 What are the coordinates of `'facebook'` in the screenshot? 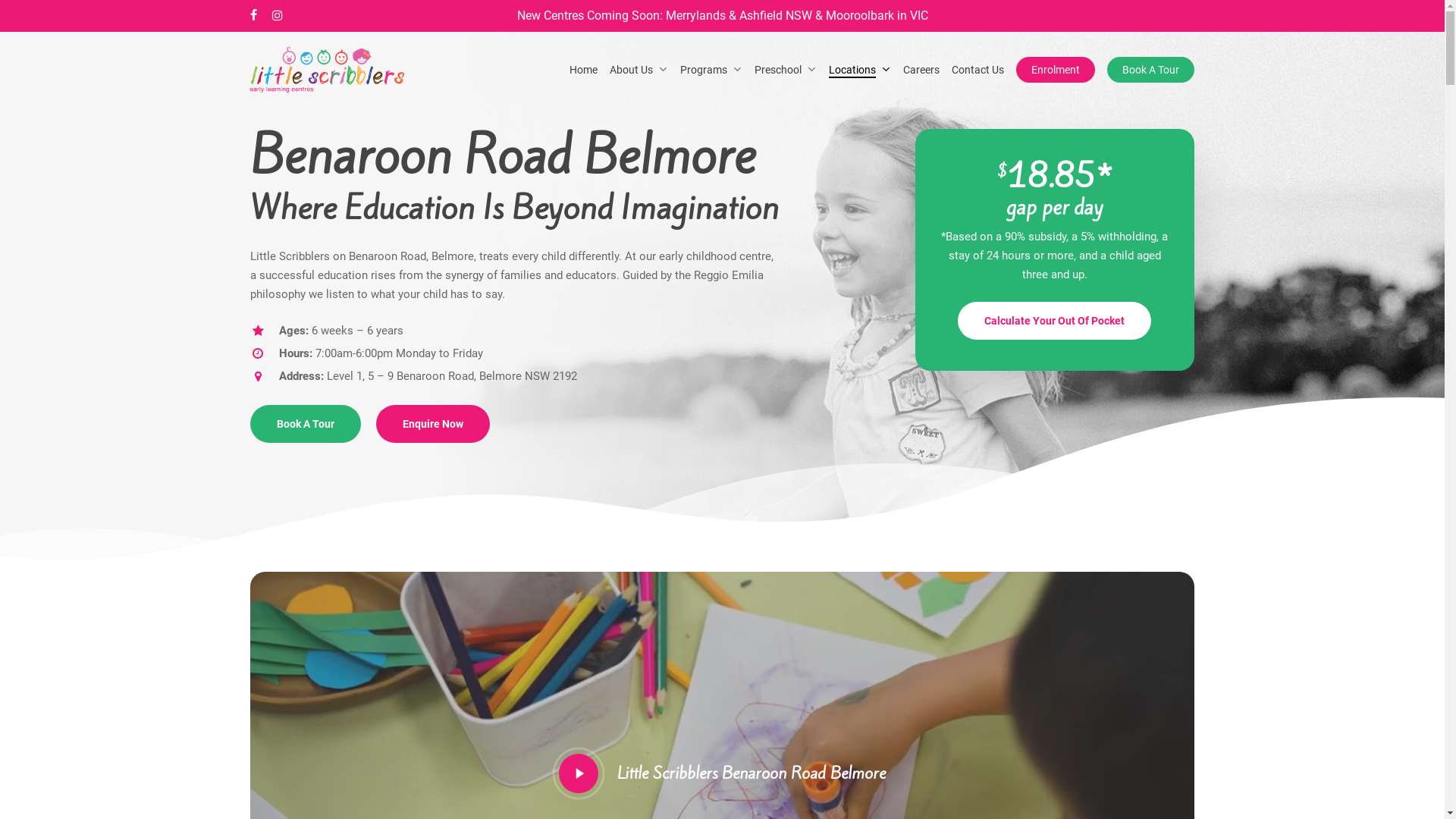 It's located at (253, 15).